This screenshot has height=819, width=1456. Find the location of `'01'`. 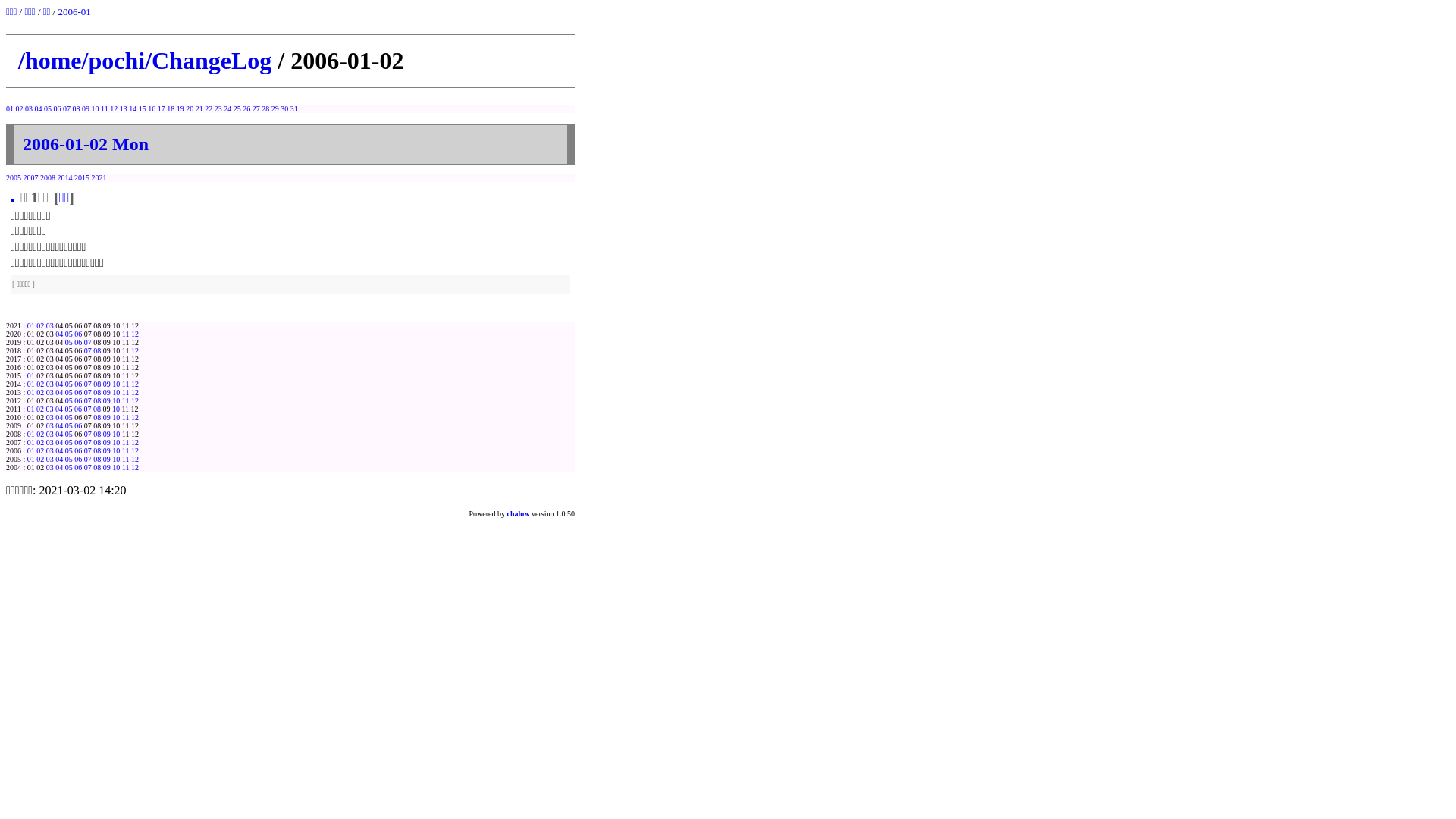

'01' is located at coordinates (31, 458).